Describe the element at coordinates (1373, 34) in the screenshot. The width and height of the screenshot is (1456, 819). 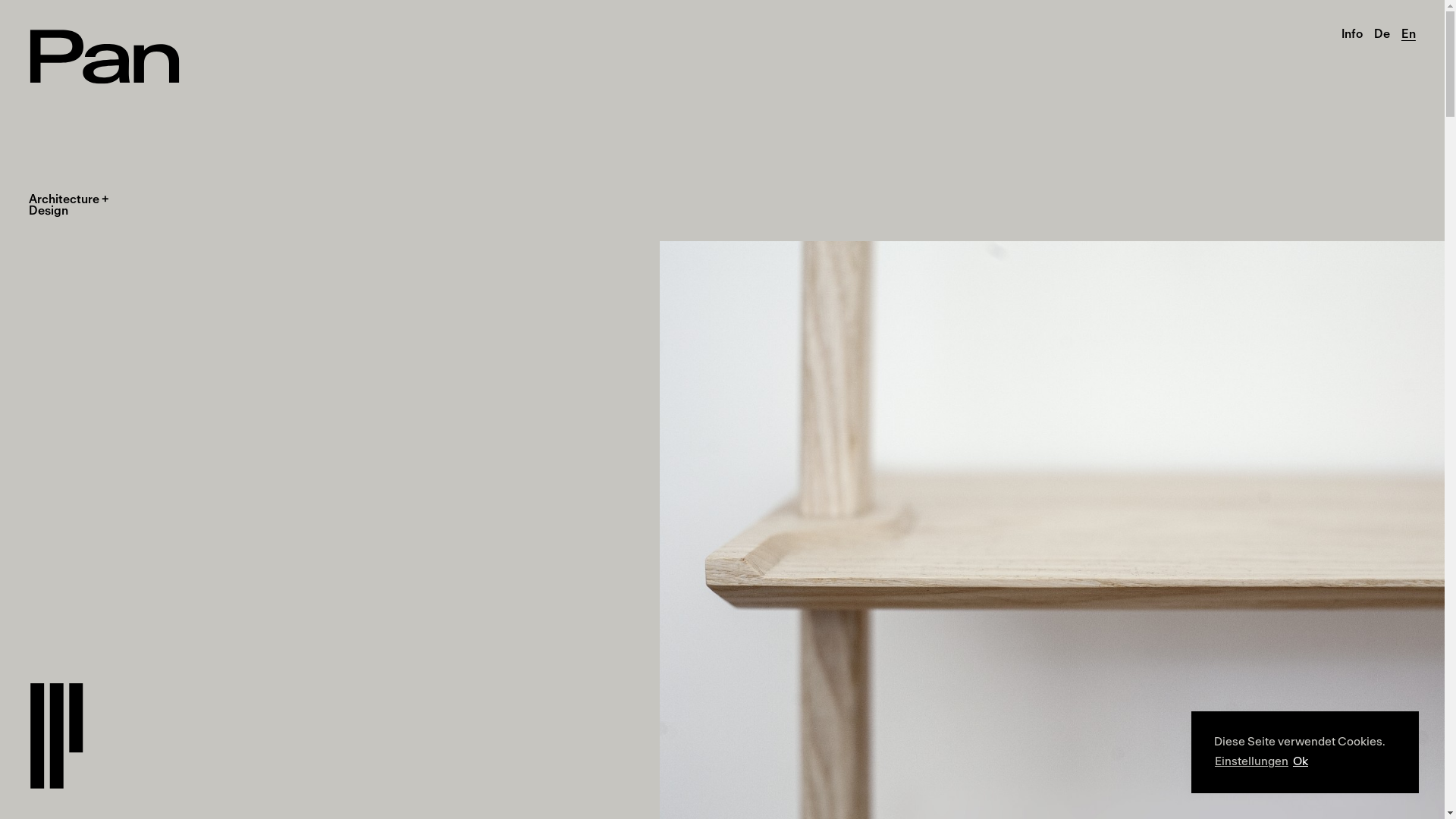
I see `'De'` at that location.